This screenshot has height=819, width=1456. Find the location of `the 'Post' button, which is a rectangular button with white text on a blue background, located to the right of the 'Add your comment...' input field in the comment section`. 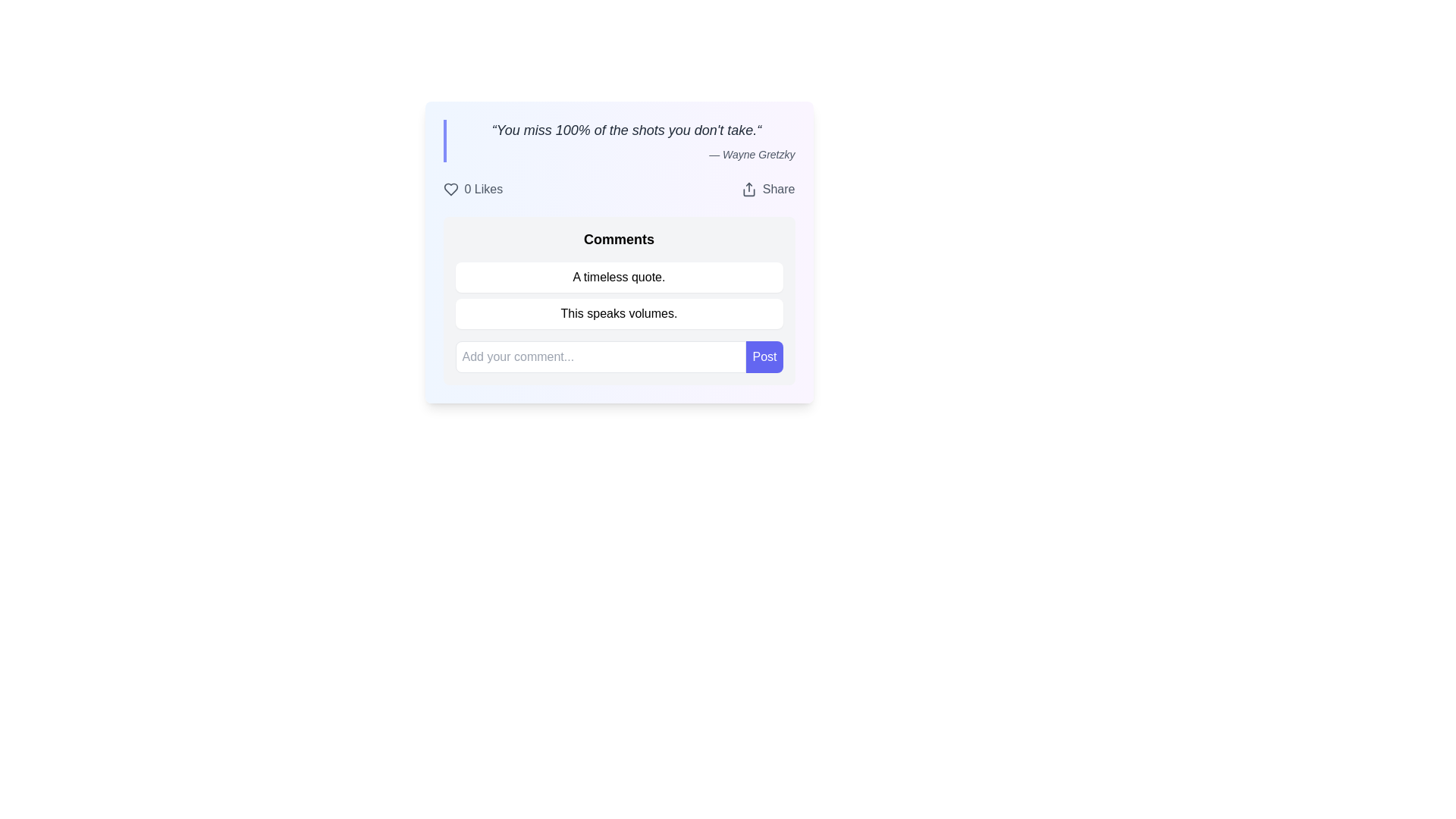

the 'Post' button, which is a rectangular button with white text on a blue background, located to the right of the 'Add your comment...' input field in the comment section is located at coordinates (764, 356).